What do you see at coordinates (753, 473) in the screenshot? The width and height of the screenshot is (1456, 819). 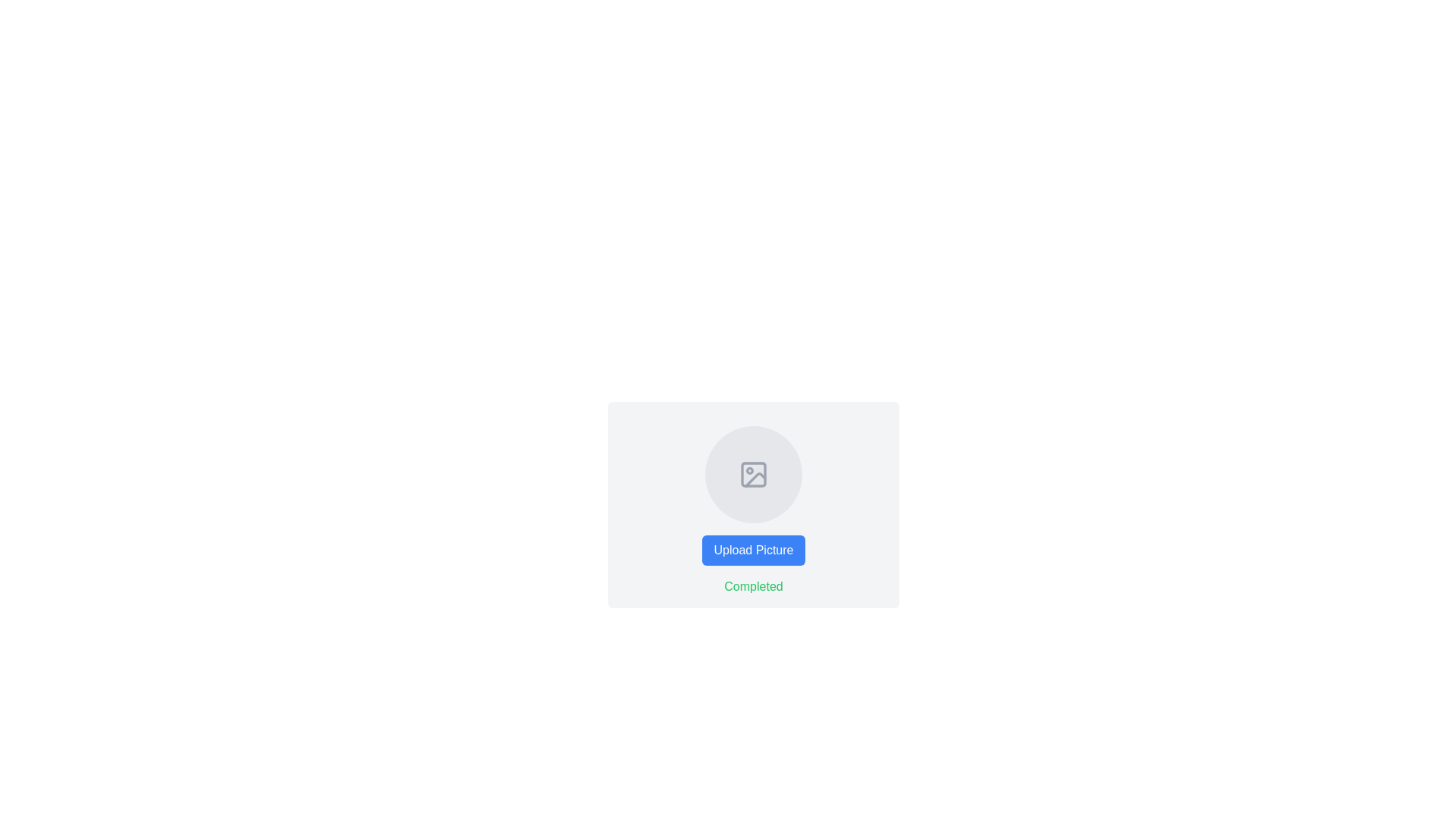 I see `the circular Interactive Placeholder with a gray background and a centered image icon to initiate the file upload dialog` at bounding box center [753, 473].